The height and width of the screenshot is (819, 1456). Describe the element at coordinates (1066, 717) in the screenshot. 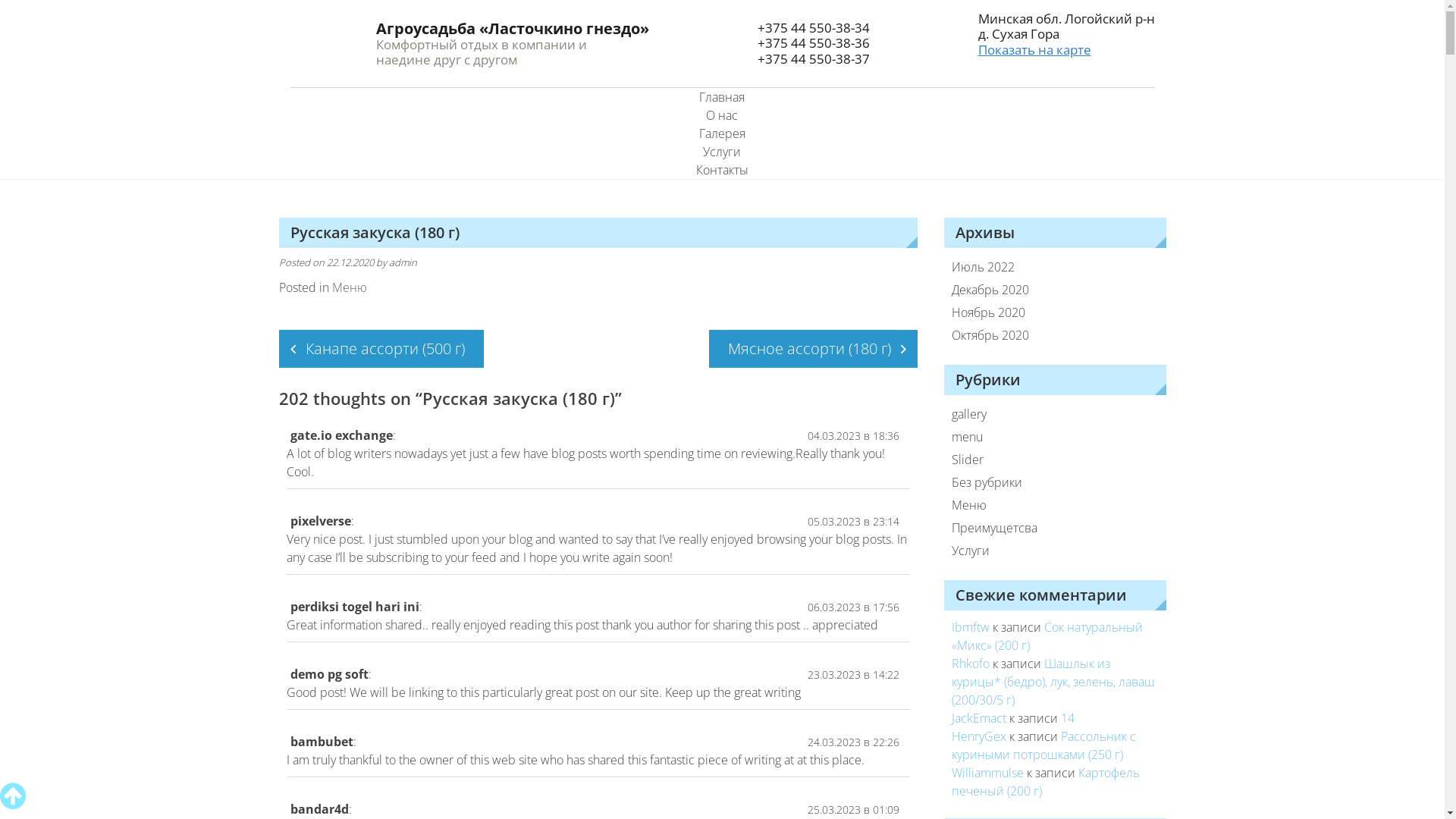

I see `'14'` at that location.